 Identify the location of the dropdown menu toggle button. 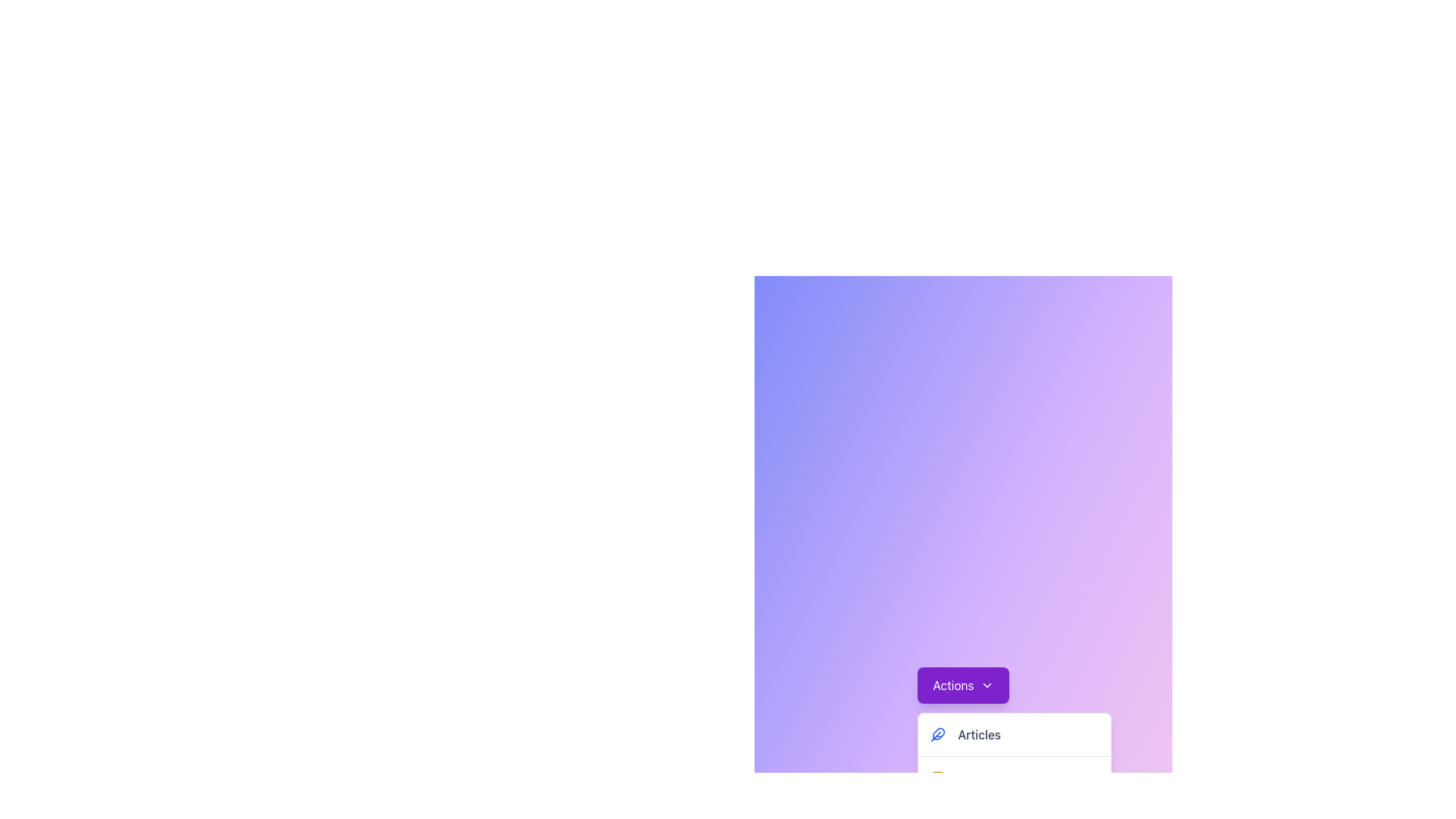
(962, 685).